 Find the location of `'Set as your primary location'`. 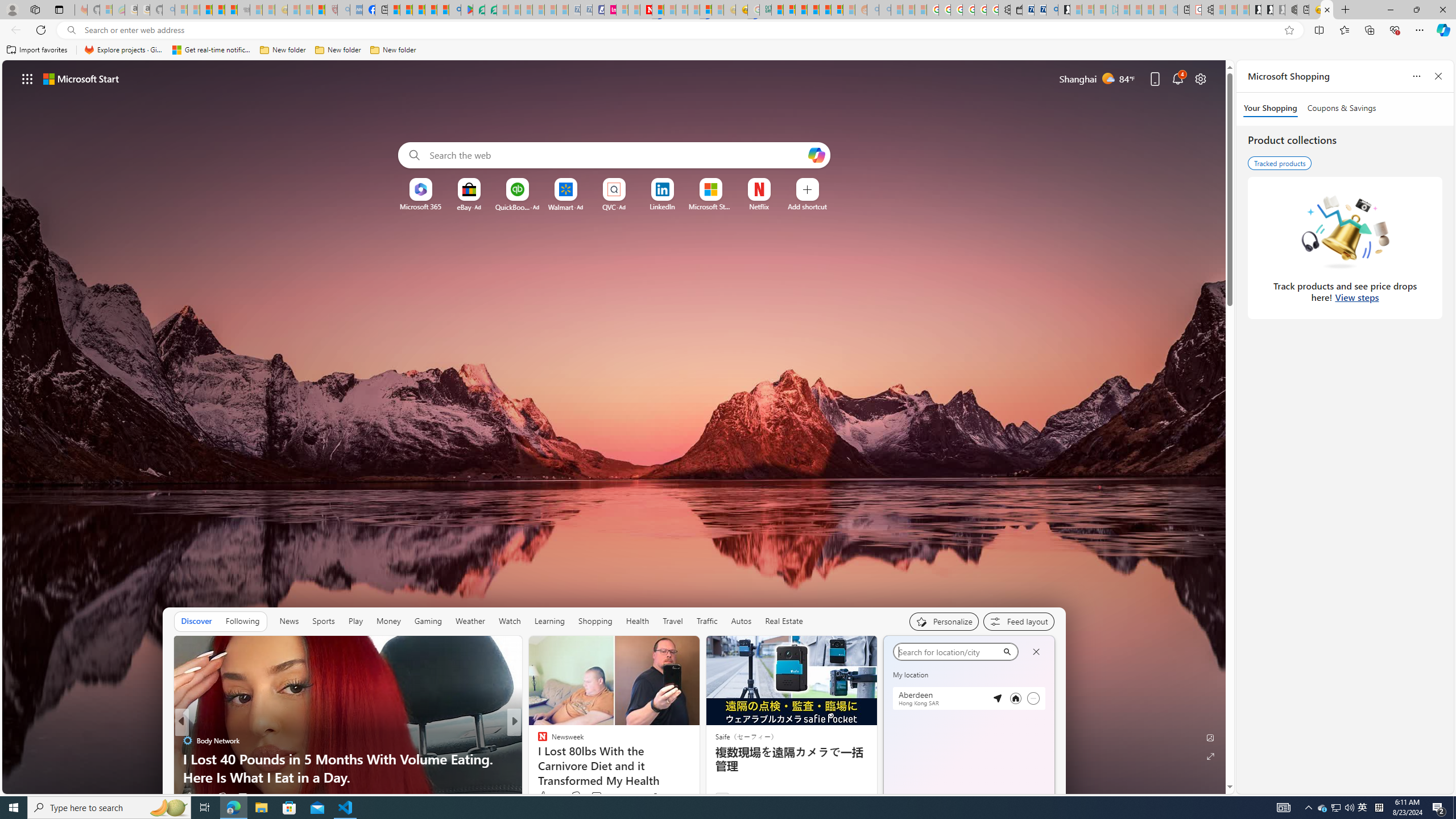

'Set as your primary location' is located at coordinates (1015, 698).